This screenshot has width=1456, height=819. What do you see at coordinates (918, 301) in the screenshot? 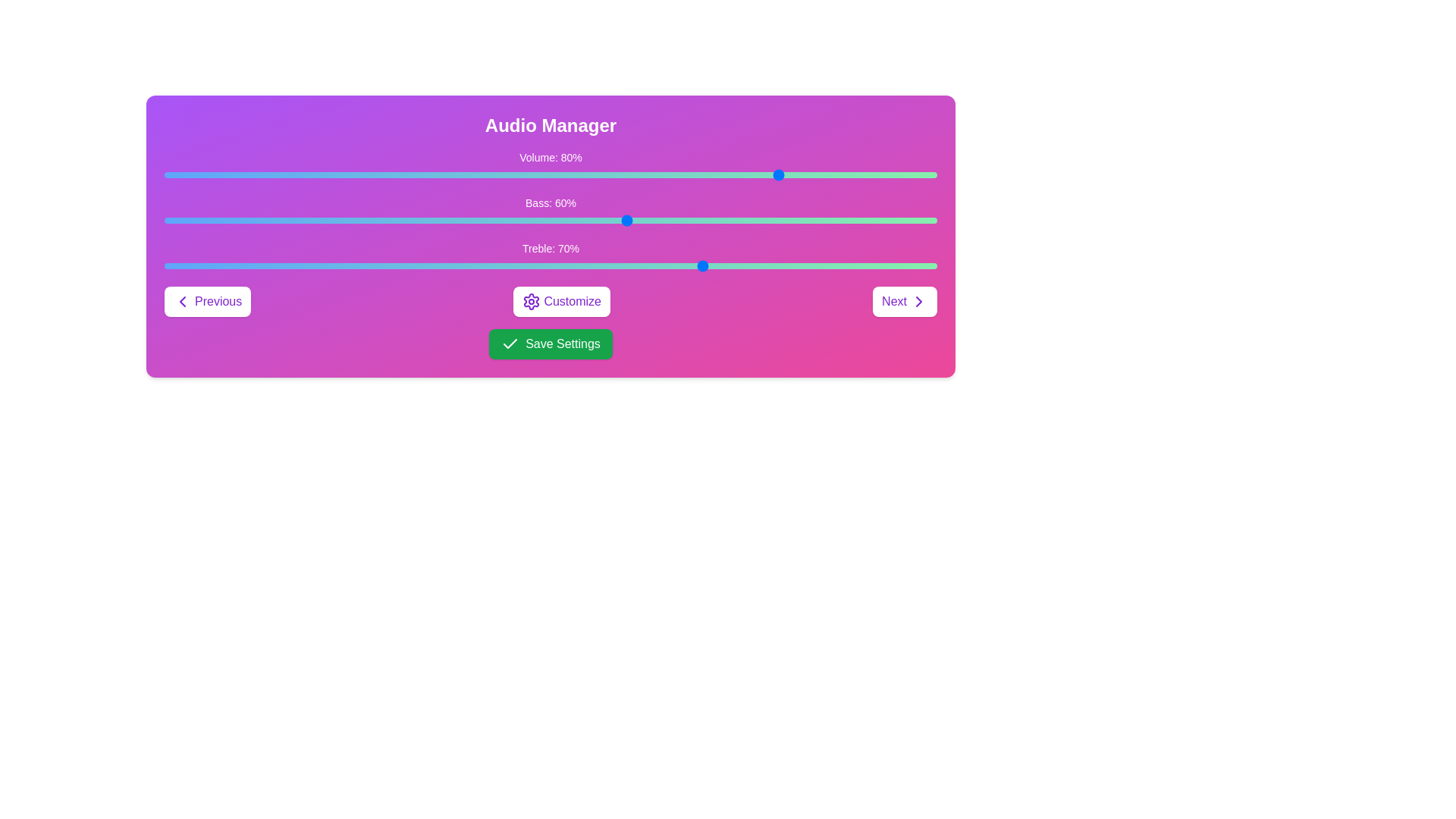
I see `the graphical indicator icon located within the 'Next' button, which is situated in the bottom-right corner of the panel` at bounding box center [918, 301].